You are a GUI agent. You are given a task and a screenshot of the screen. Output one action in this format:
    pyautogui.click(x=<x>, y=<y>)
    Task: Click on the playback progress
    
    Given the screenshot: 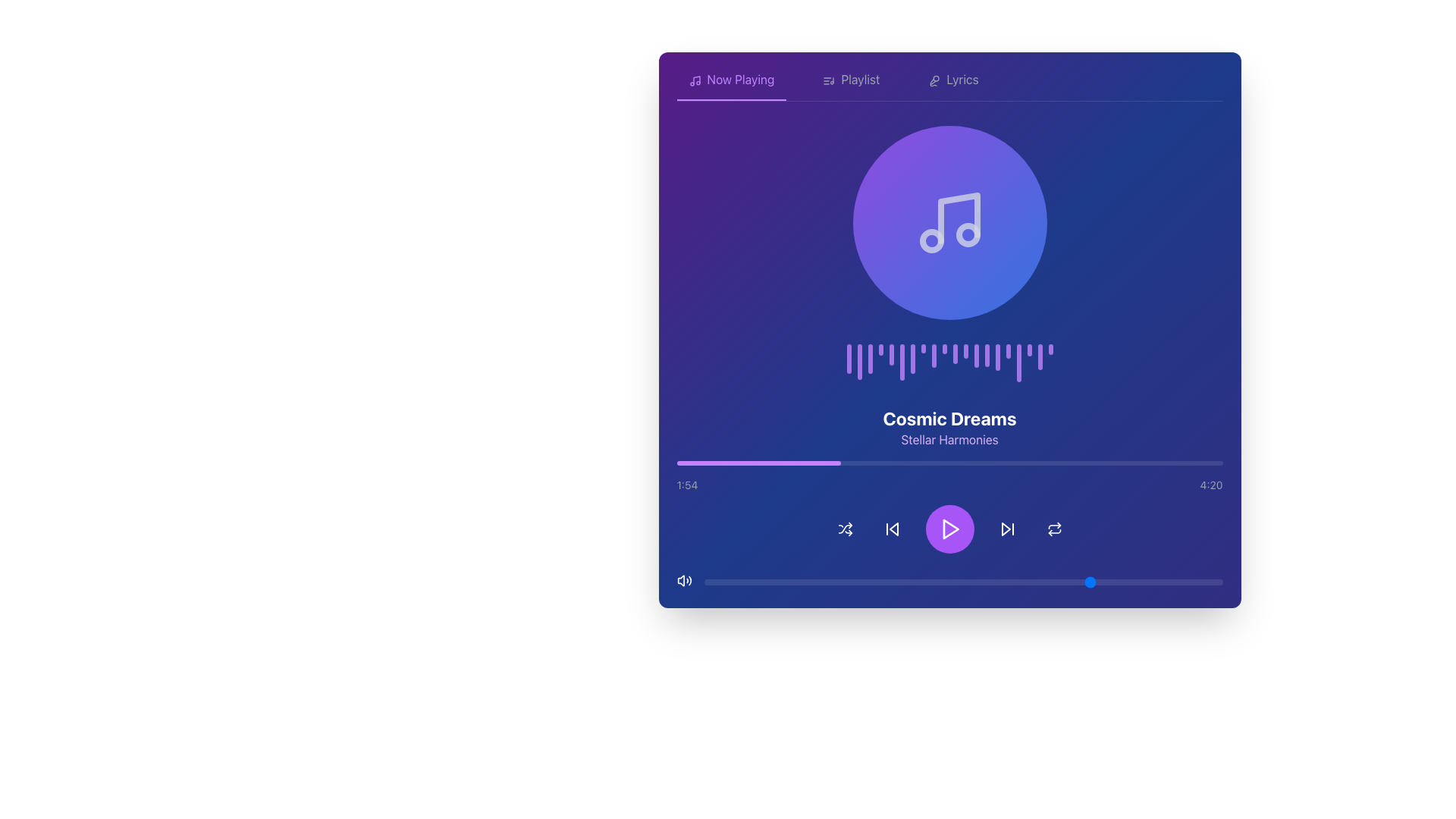 What is the action you would take?
    pyautogui.click(x=737, y=462)
    